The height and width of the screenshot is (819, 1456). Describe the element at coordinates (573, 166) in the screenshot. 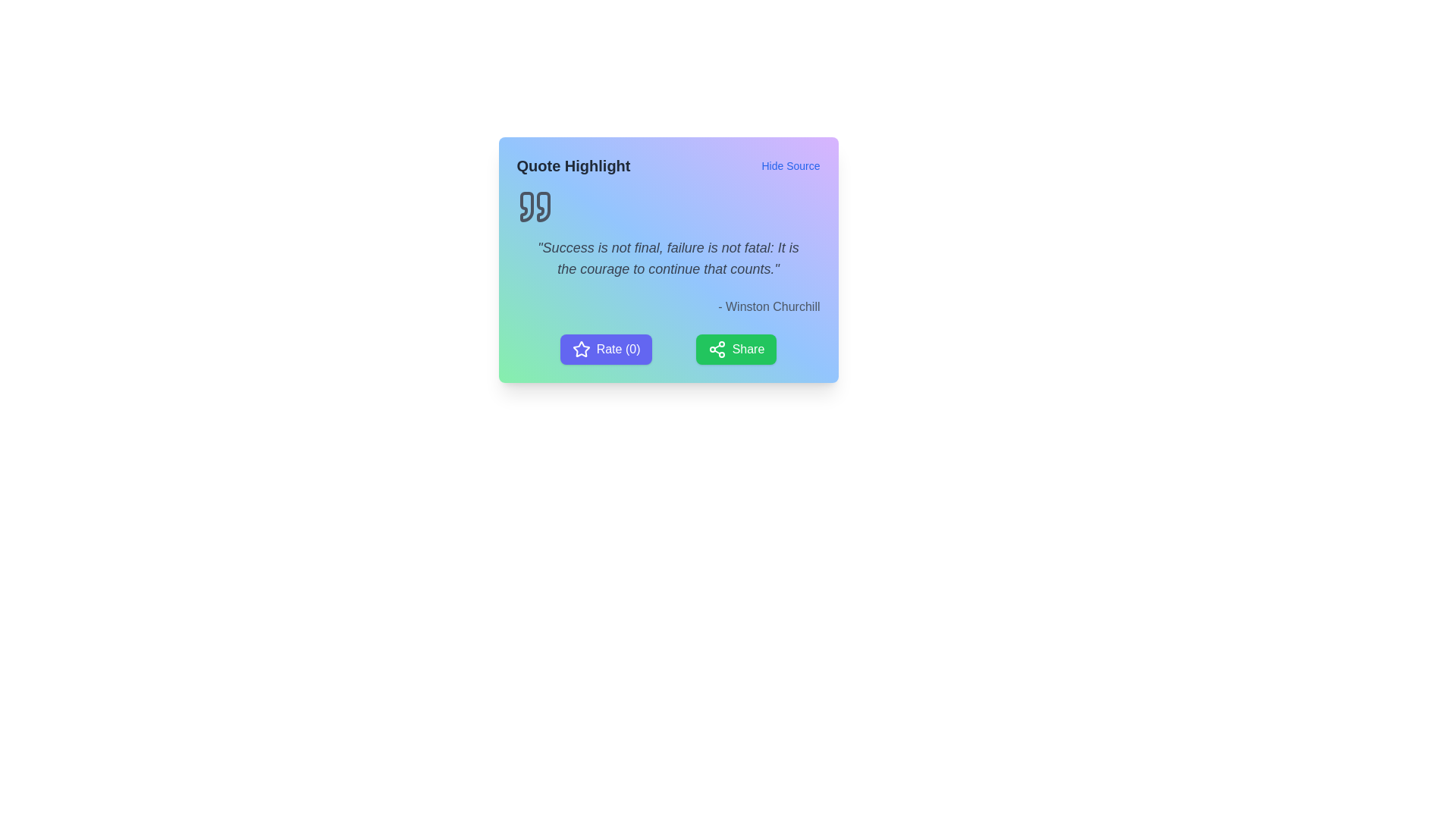

I see `the text label that acts as a title or heading for the section, positioned in the header section of the card and aligned to the left side` at that location.